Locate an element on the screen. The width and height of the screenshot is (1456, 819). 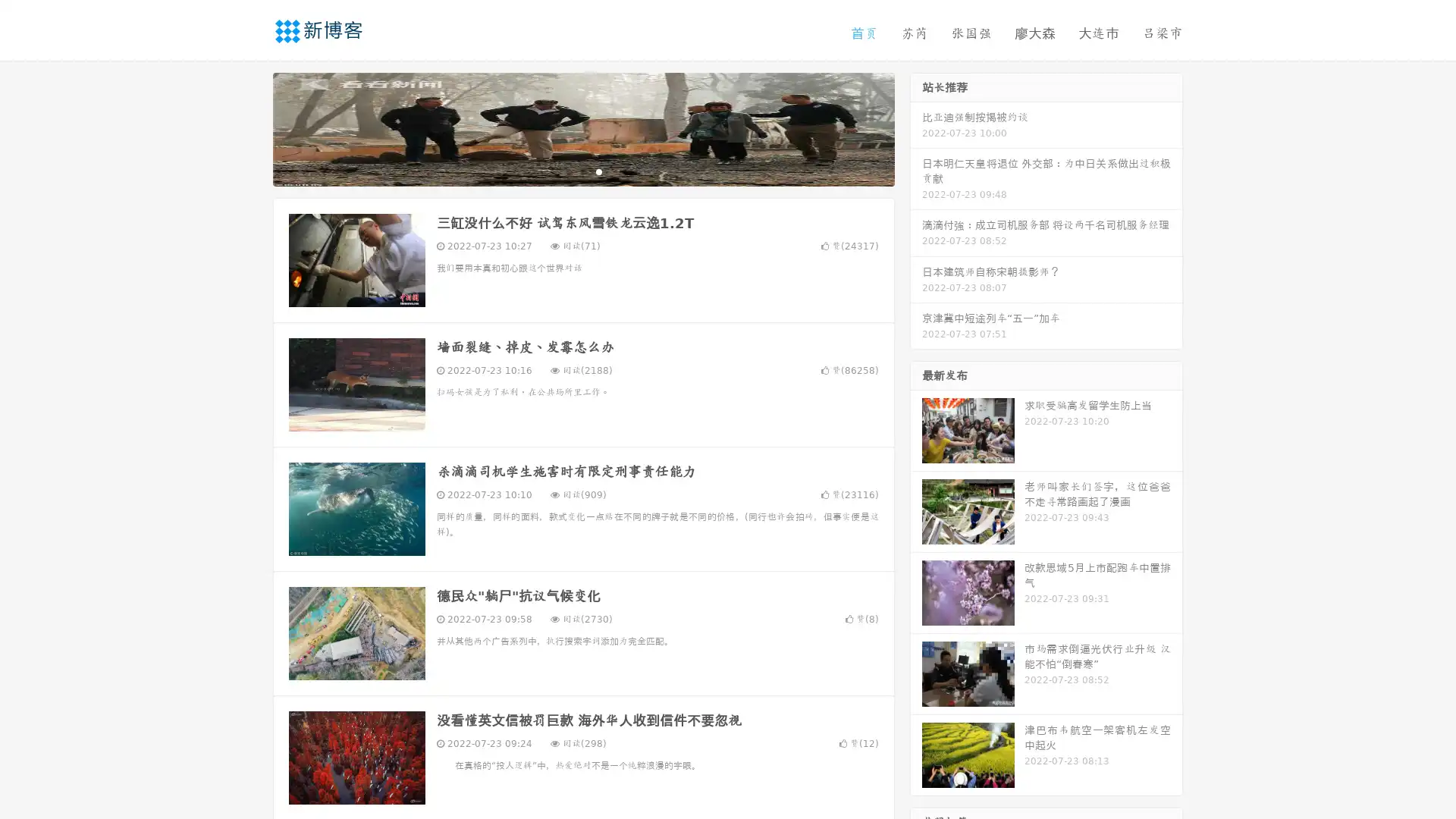
Go to slide 3 is located at coordinates (598, 171).